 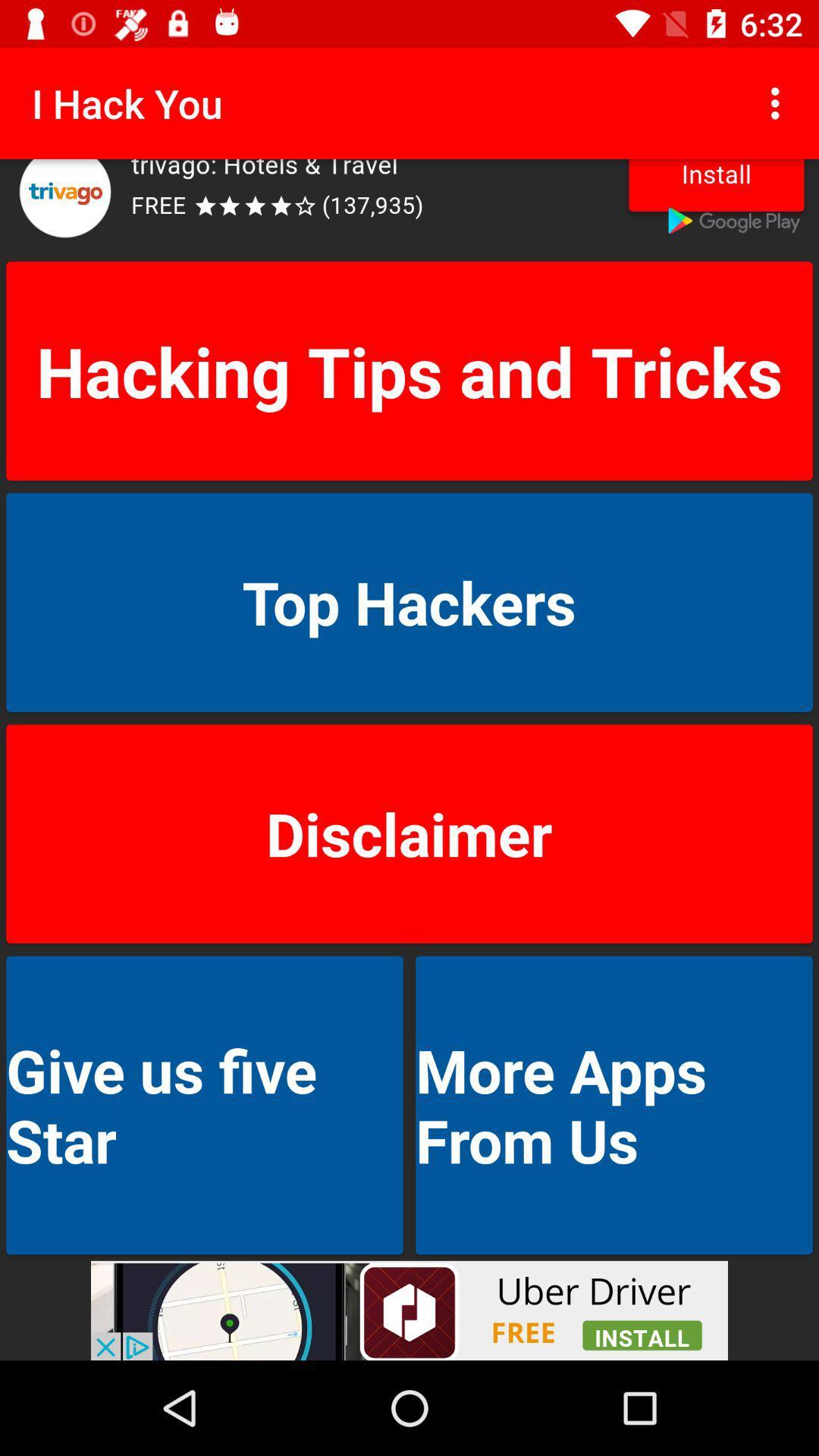 What do you see at coordinates (409, 206) in the screenshot?
I see `hotels travels option` at bounding box center [409, 206].